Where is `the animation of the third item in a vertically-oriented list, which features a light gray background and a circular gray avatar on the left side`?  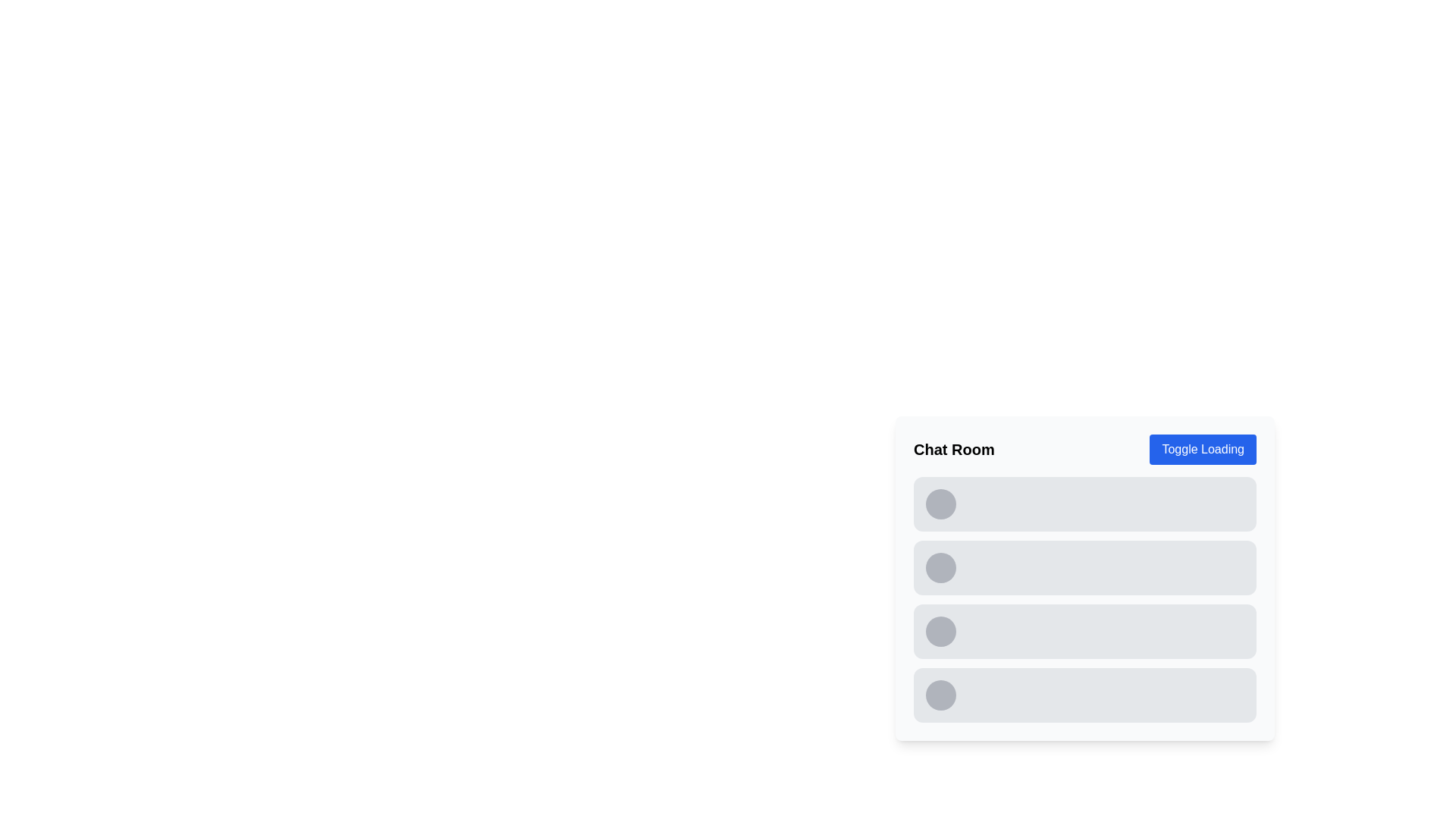
the animation of the third item in a vertically-oriented list, which features a light gray background and a circular gray avatar on the left side is located at coordinates (1084, 632).